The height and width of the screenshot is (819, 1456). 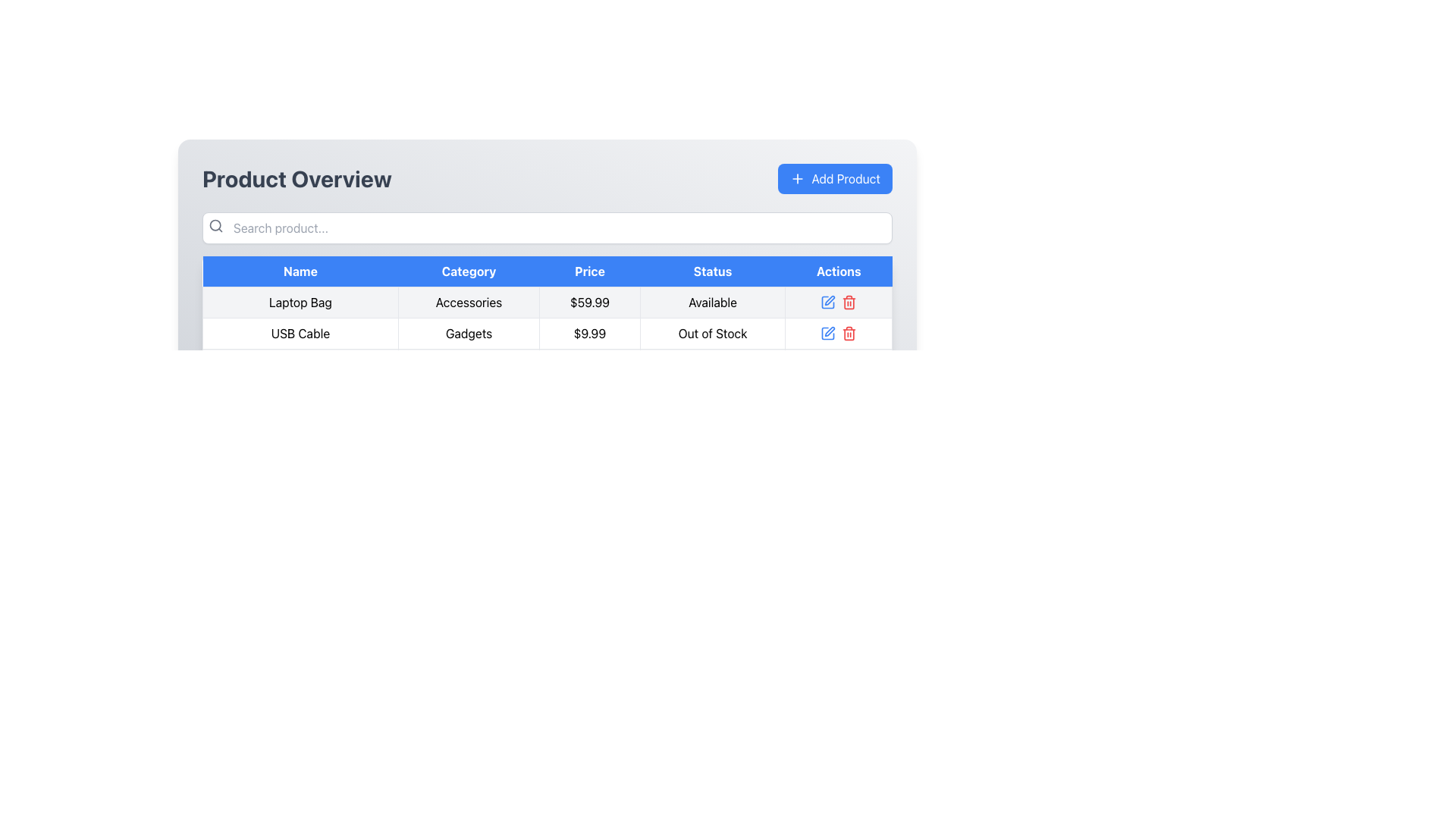 I want to click on the price label displaying '$9.99' in the third column of the second row of the table, which contains information about 'USB Cable' and 'Gadgets', so click(x=588, y=332).